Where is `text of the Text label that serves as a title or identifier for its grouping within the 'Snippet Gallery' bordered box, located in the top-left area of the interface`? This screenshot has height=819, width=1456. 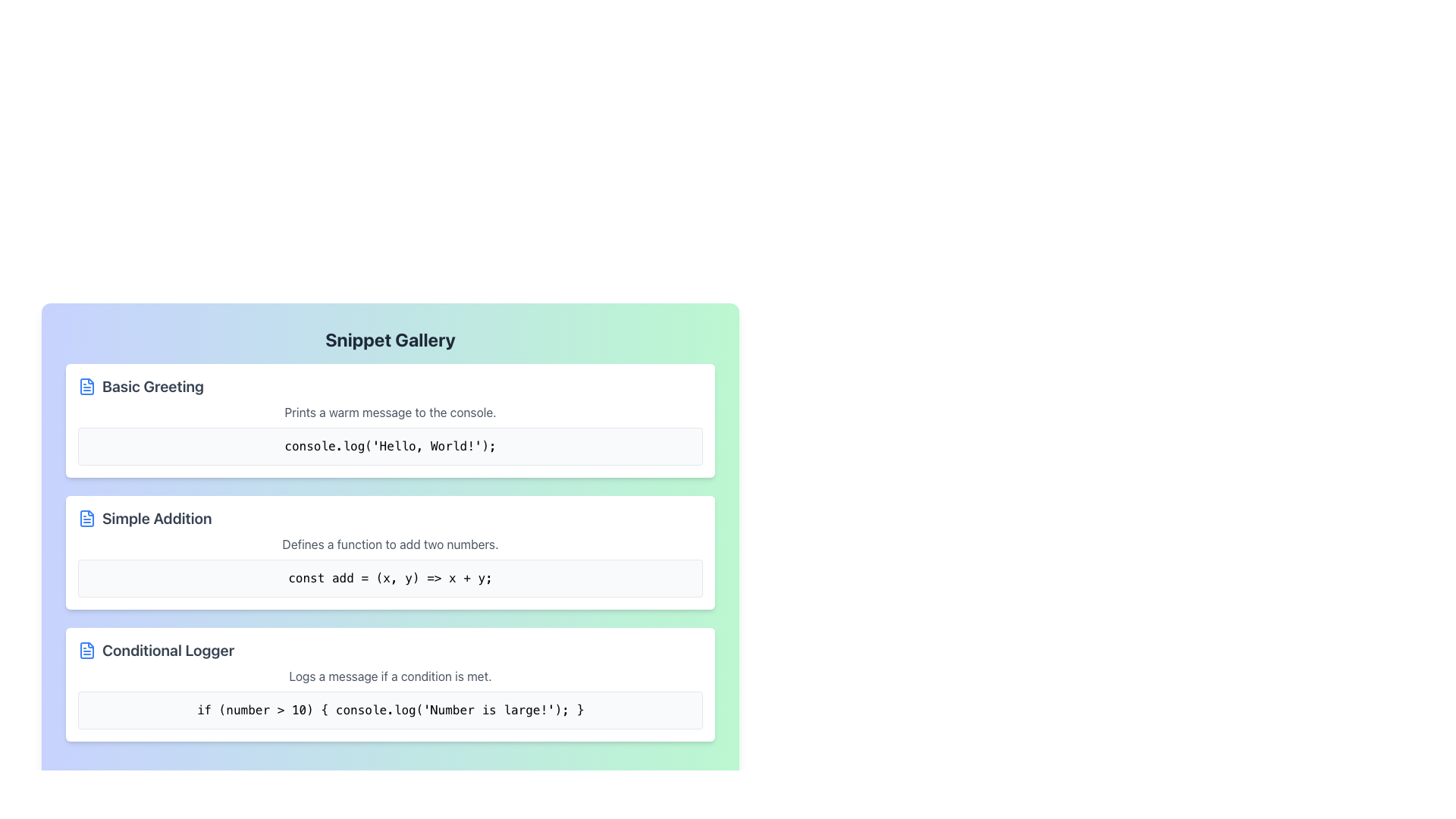 text of the Text label that serves as a title or identifier for its grouping within the 'Snippet Gallery' bordered box, located in the top-left area of the interface is located at coordinates (152, 385).